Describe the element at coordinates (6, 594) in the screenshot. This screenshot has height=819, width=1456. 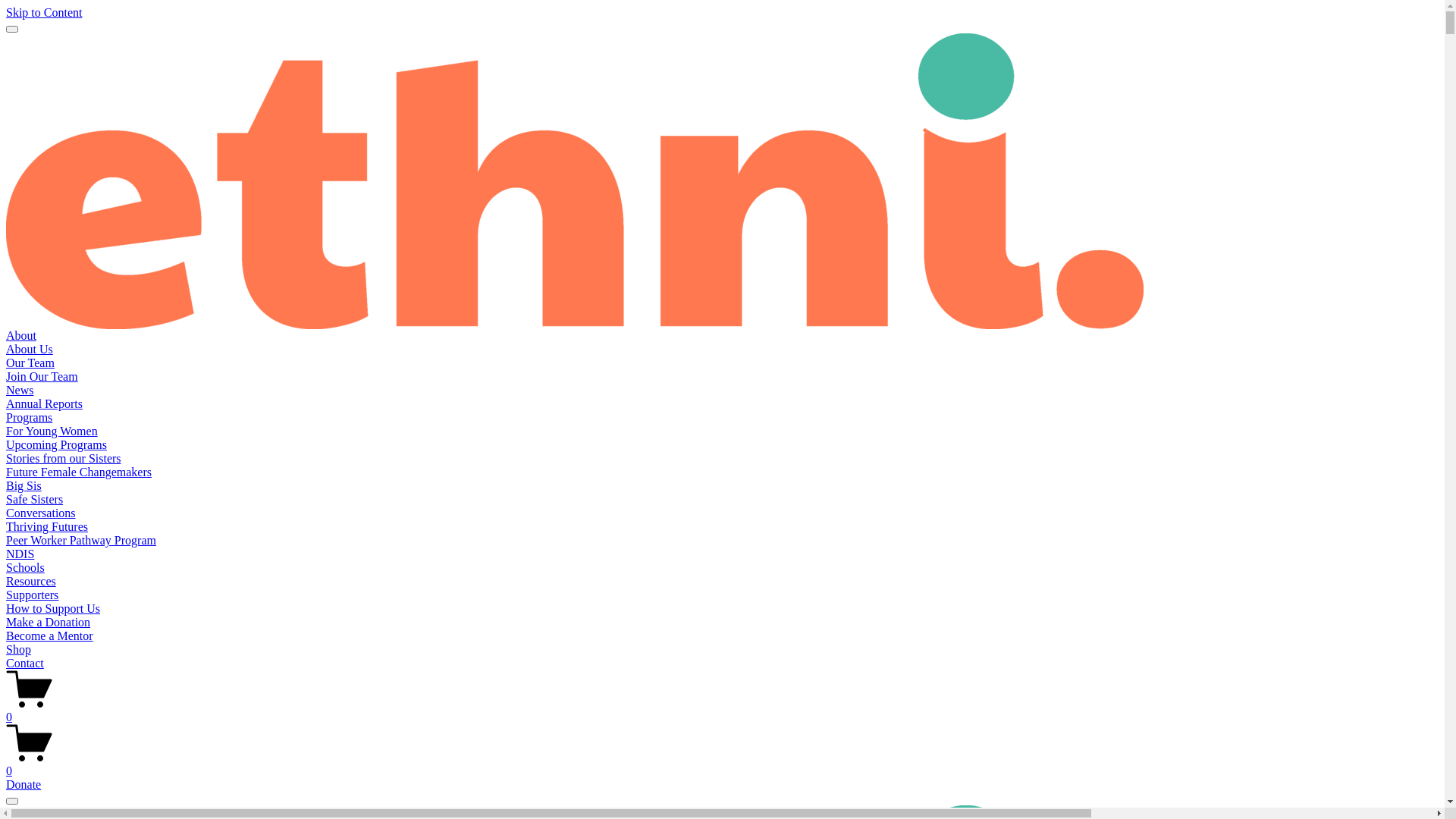
I see `'Supporters'` at that location.